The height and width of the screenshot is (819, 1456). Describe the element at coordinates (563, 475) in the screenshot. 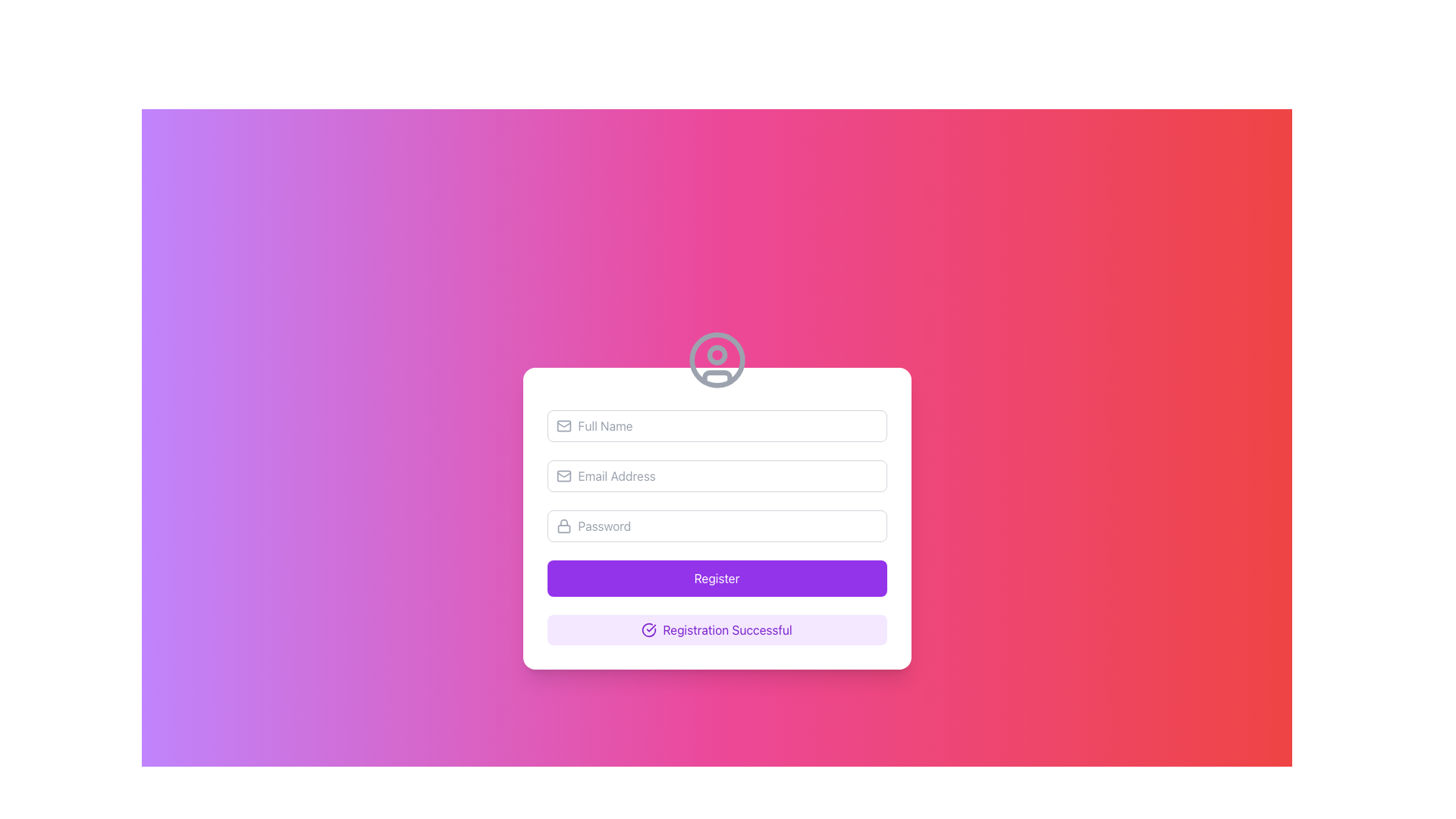

I see `the email icon located to the left of the 'Email Address' input field in the registration form to interact with the adjacent field` at that location.